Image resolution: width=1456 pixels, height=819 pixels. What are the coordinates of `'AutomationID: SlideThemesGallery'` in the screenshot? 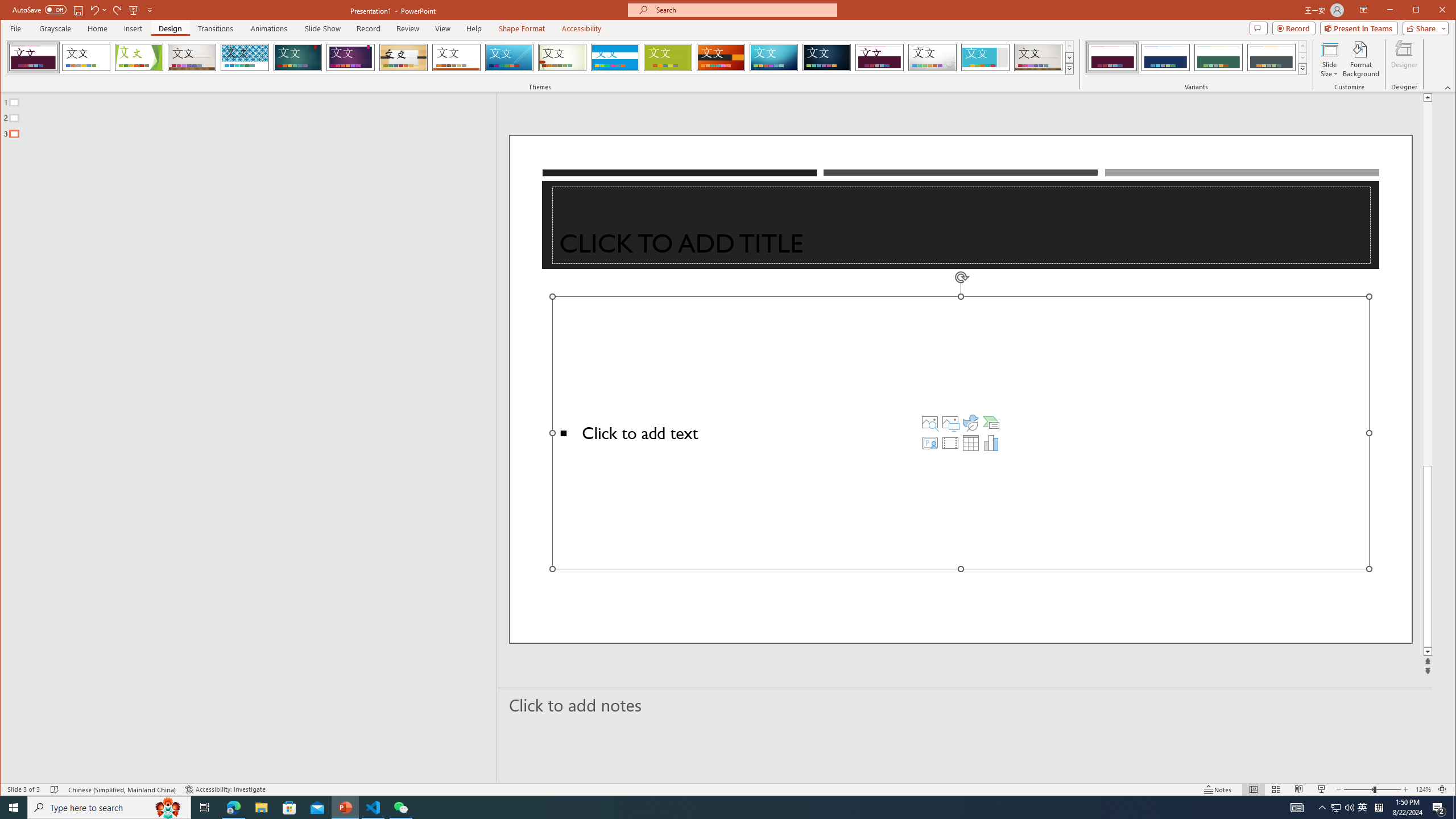 It's located at (540, 56).